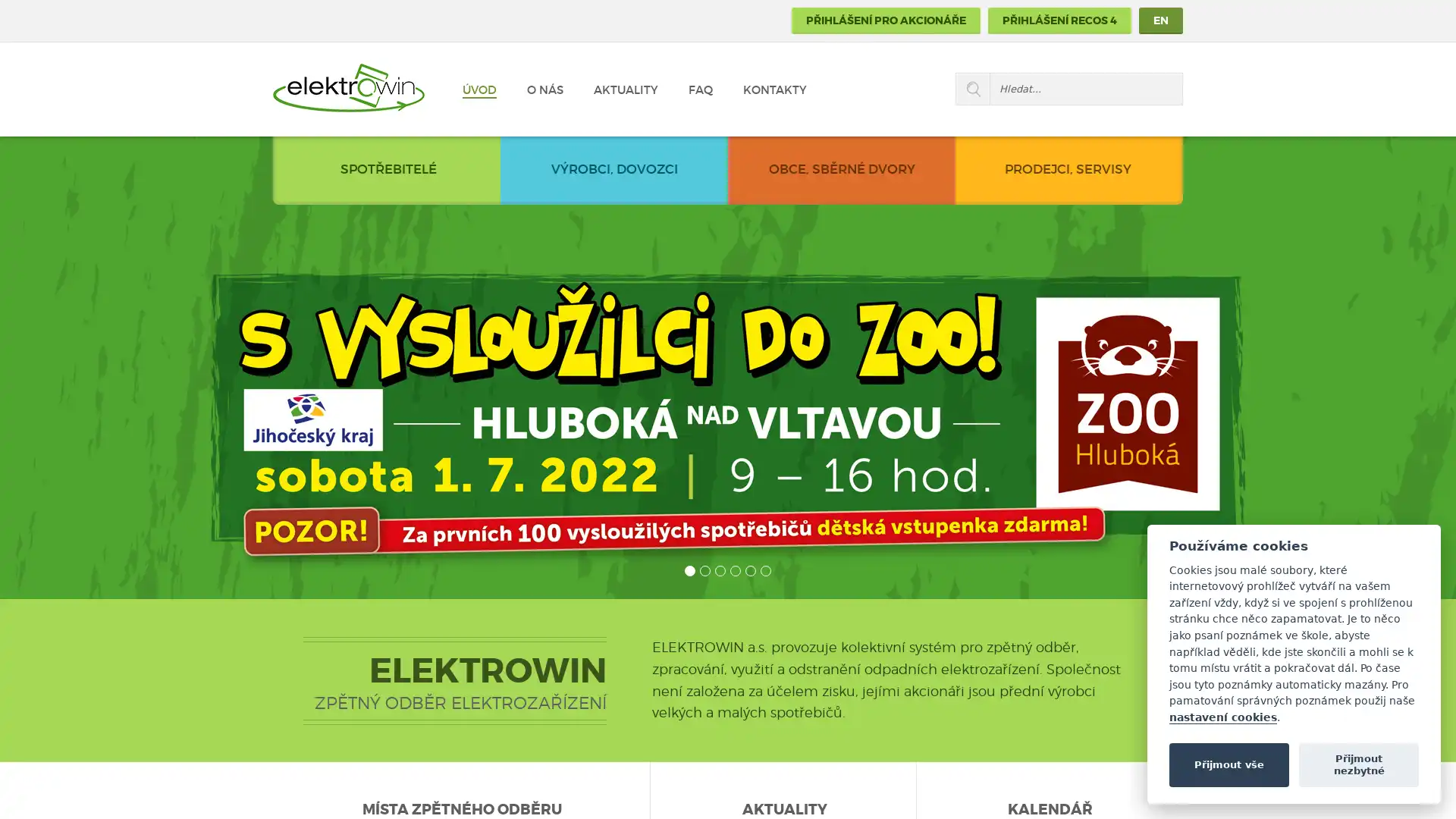 This screenshot has height=819, width=1456. What do you see at coordinates (972, 89) in the screenshot?
I see `Hledat` at bounding box center [972, 89].